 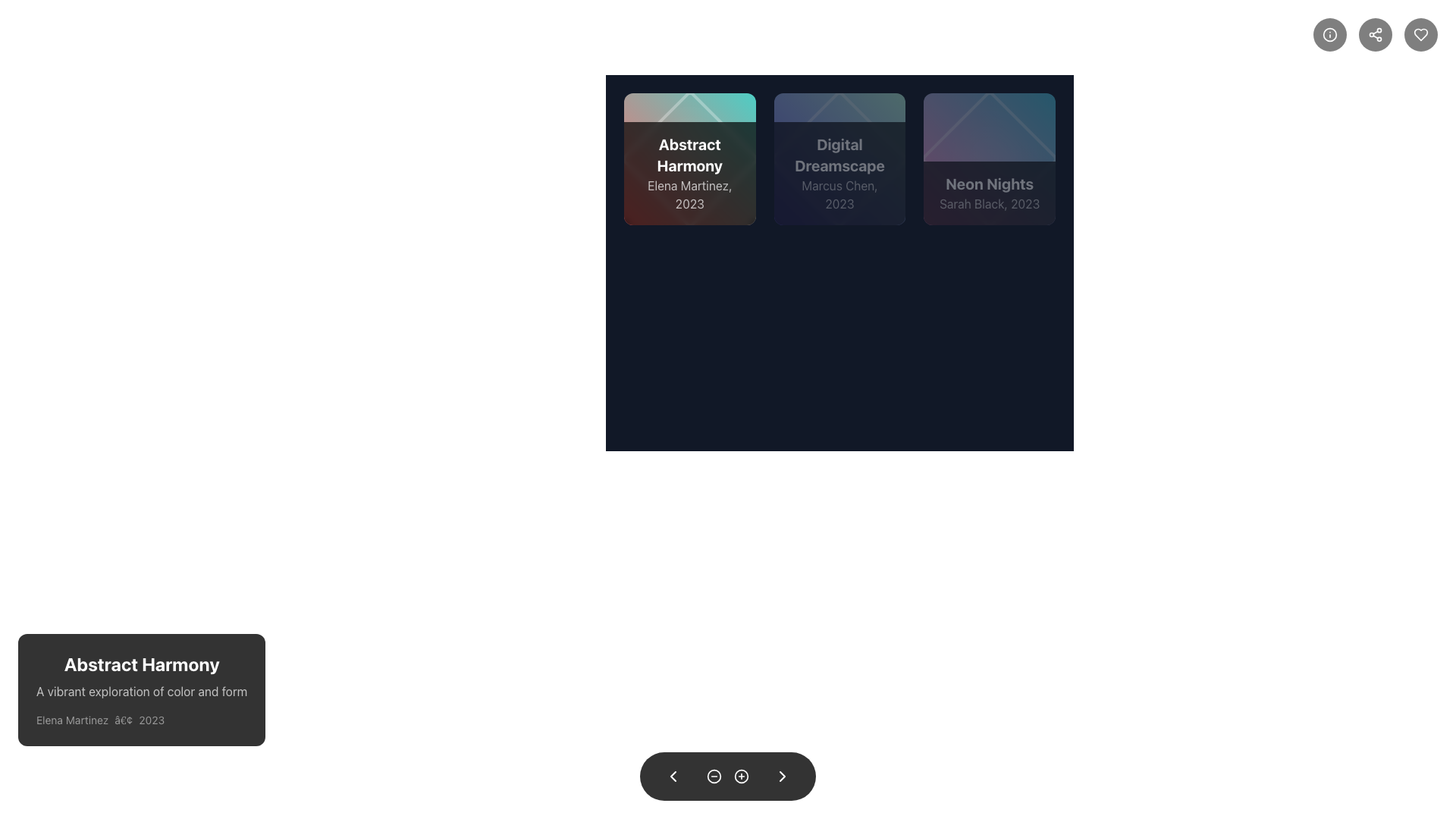 What do you see at coordinates (839, 172) in the screenshot?
I see `content displayed in the informational panel located at the bottom segment of the second card in a row of three cards on a dark background` at bounding box center [839, 172].